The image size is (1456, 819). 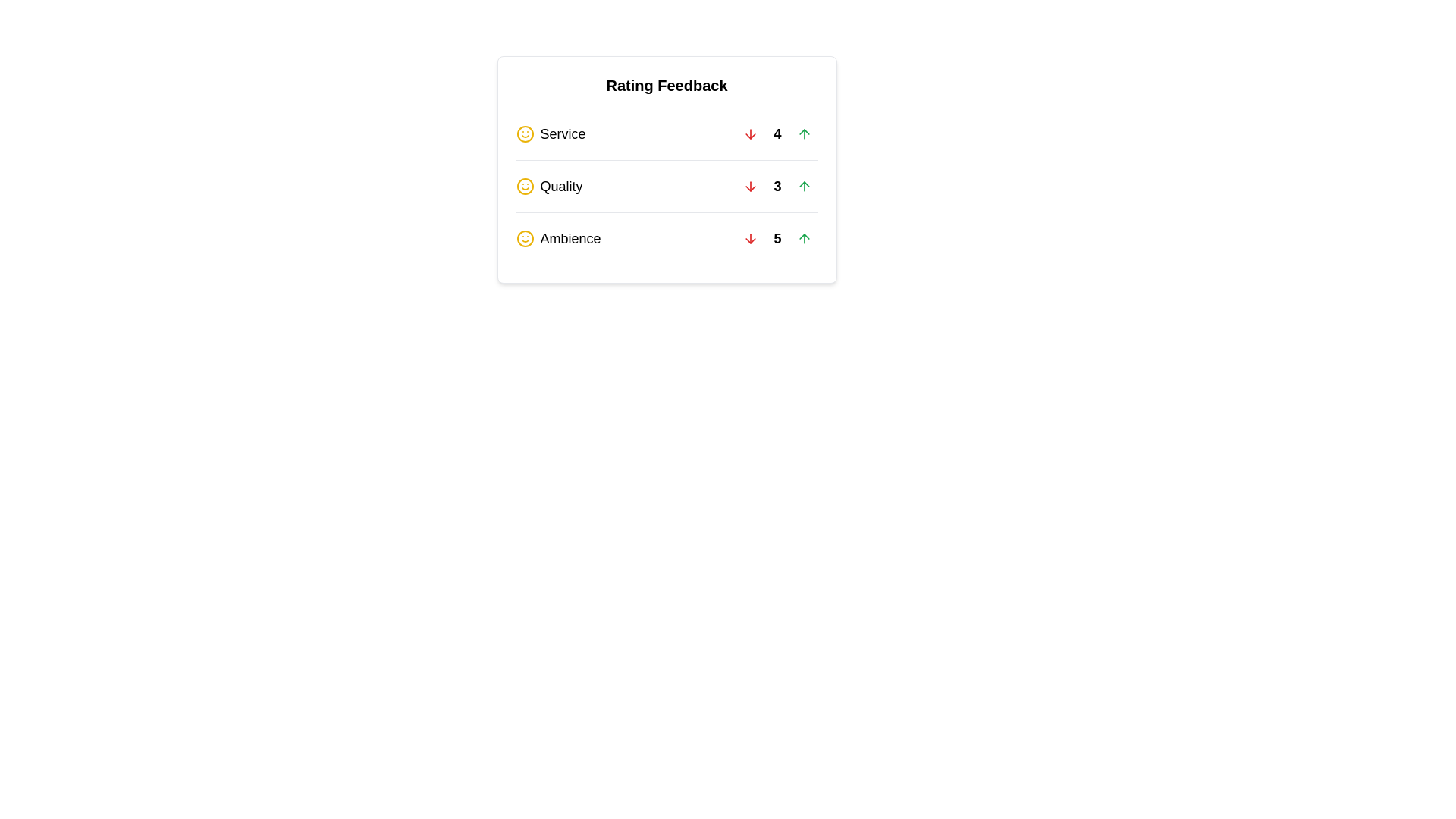 I want to click on the button or icon indicating a rating increment located at the rightmost area of the 'Ambience' row in the 'Rating Feedback' table, so click(x=803, y=239).